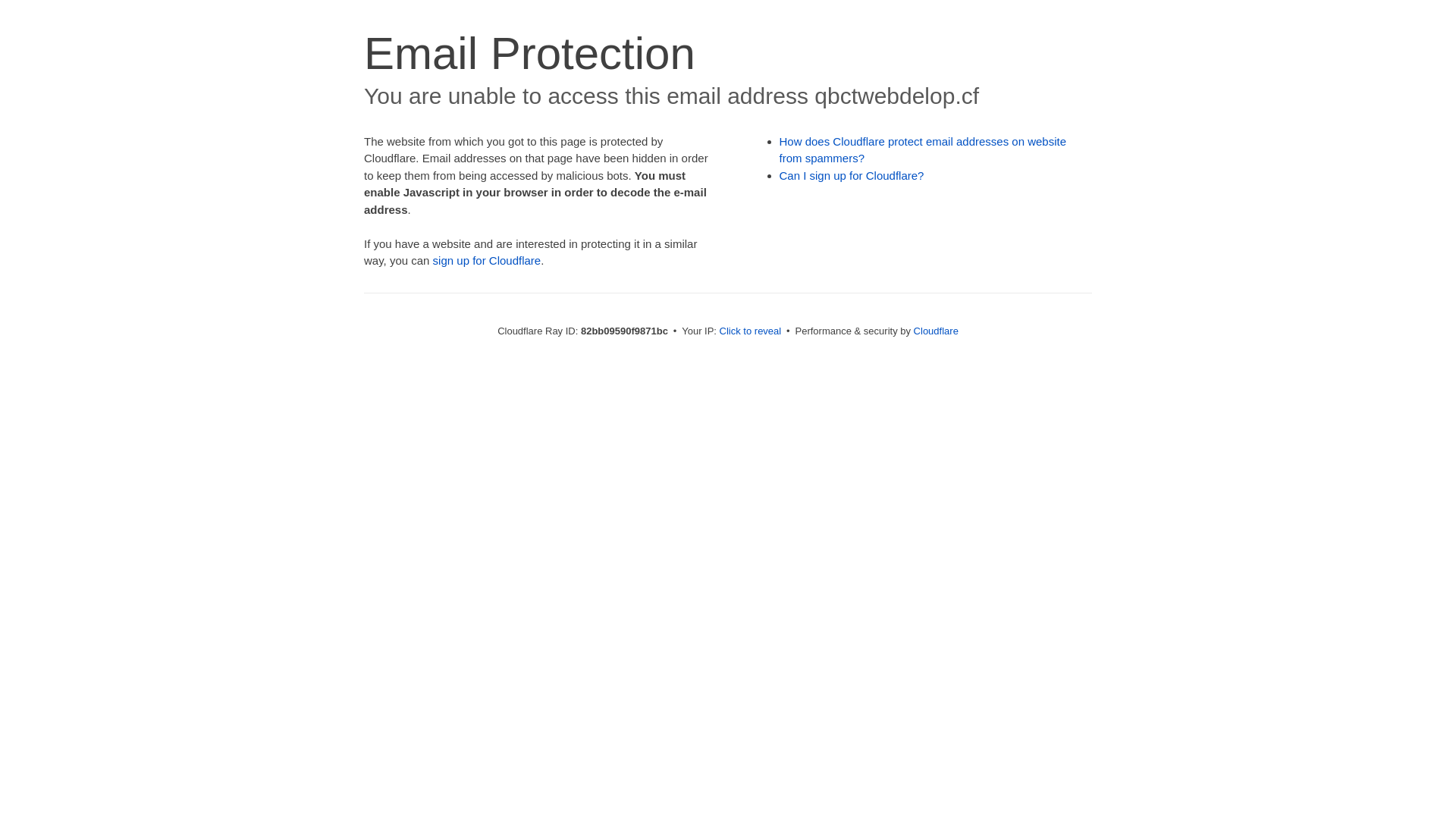 The image size is (1456, 819). Describe the element at coordinates (935, 330) in the screenshot. I see `'Cloudflare'` at that location.